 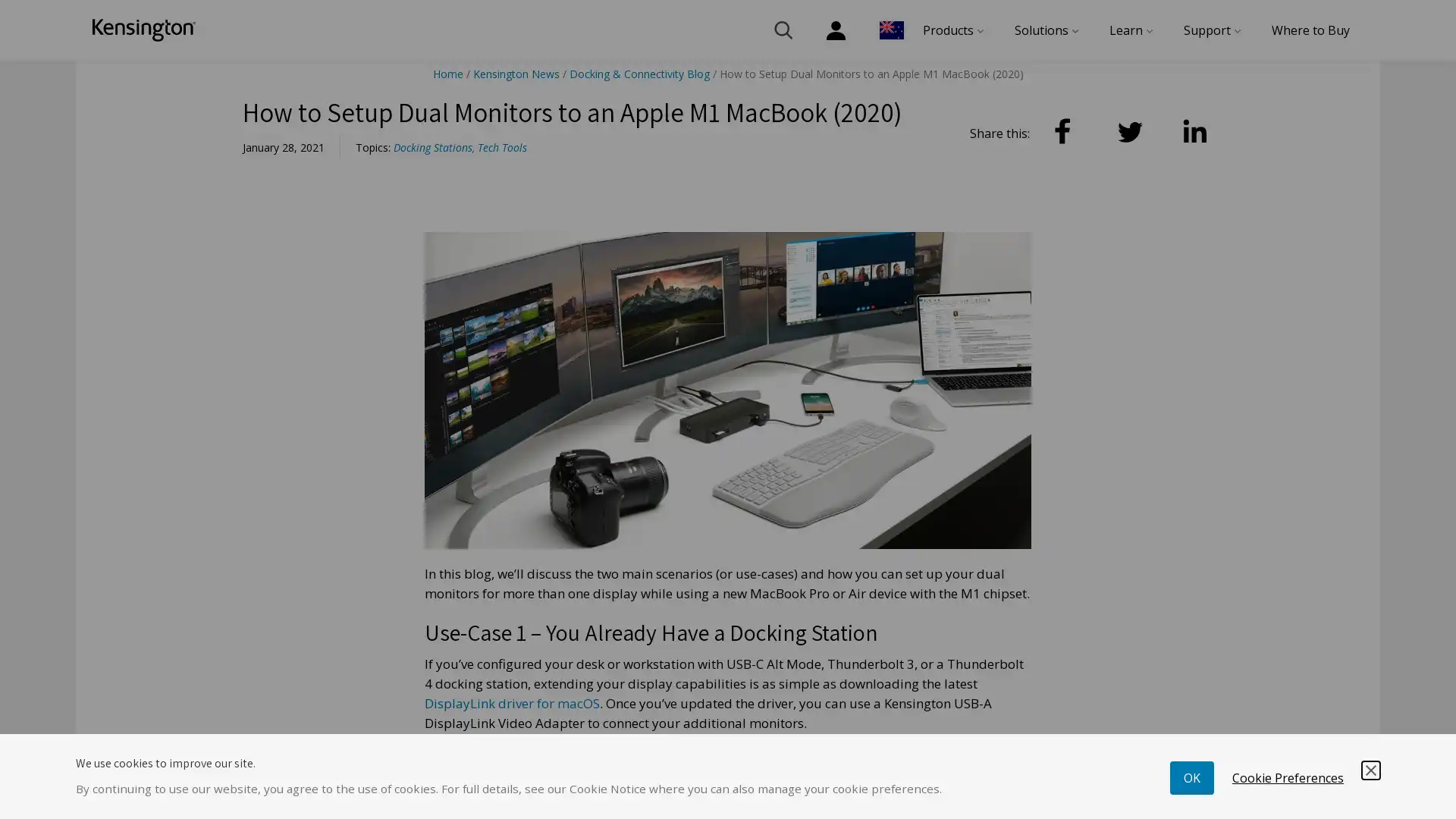 What do you see at coordinates (1194, 130) in the screenshot?
I see `LinkedIn` at bounding box center [1194, 130].